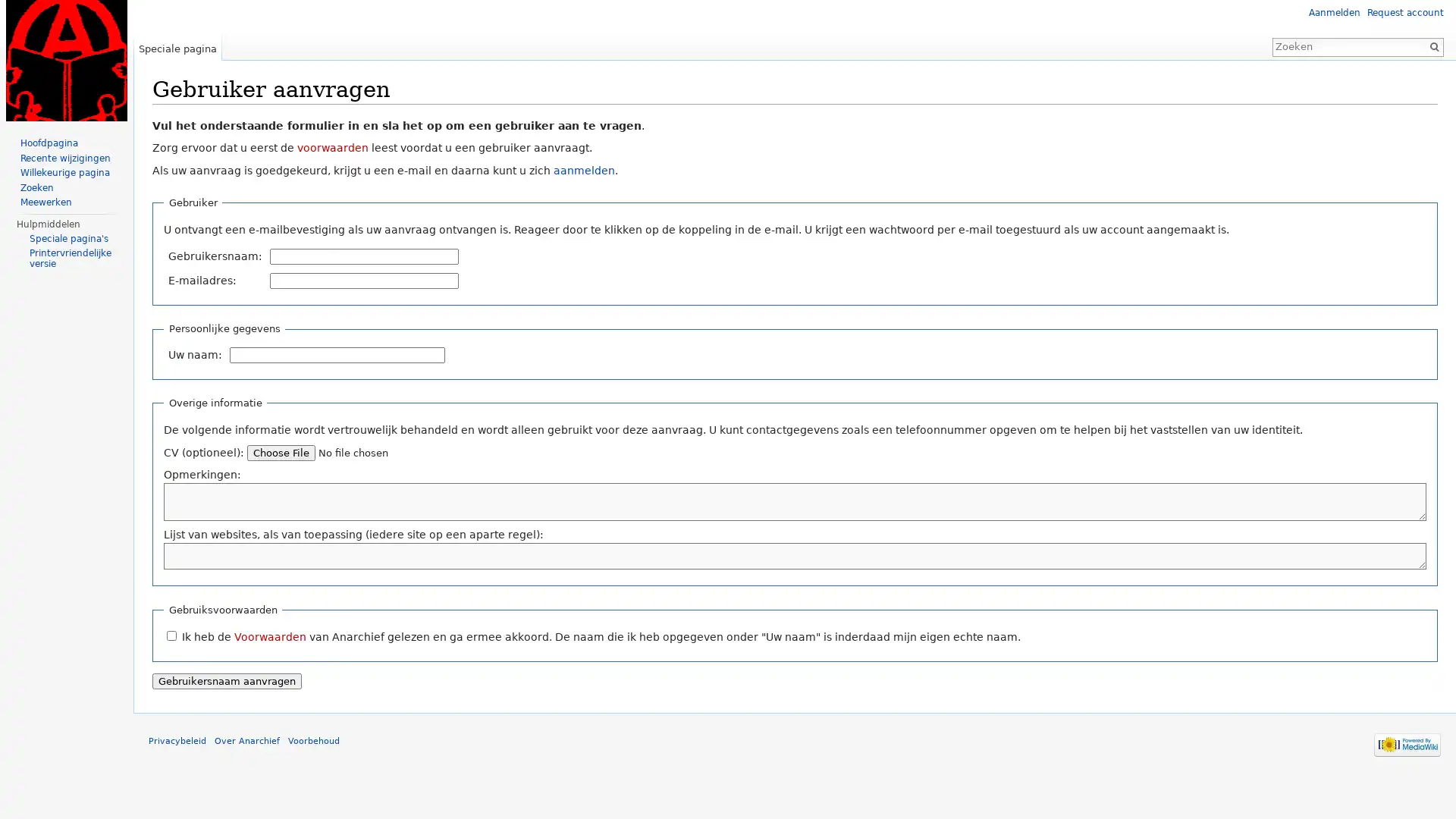 The width and height of the screenshot is (1456, 819). I want to click on Gebruikersnaam aanvragen, so click(226, 680).